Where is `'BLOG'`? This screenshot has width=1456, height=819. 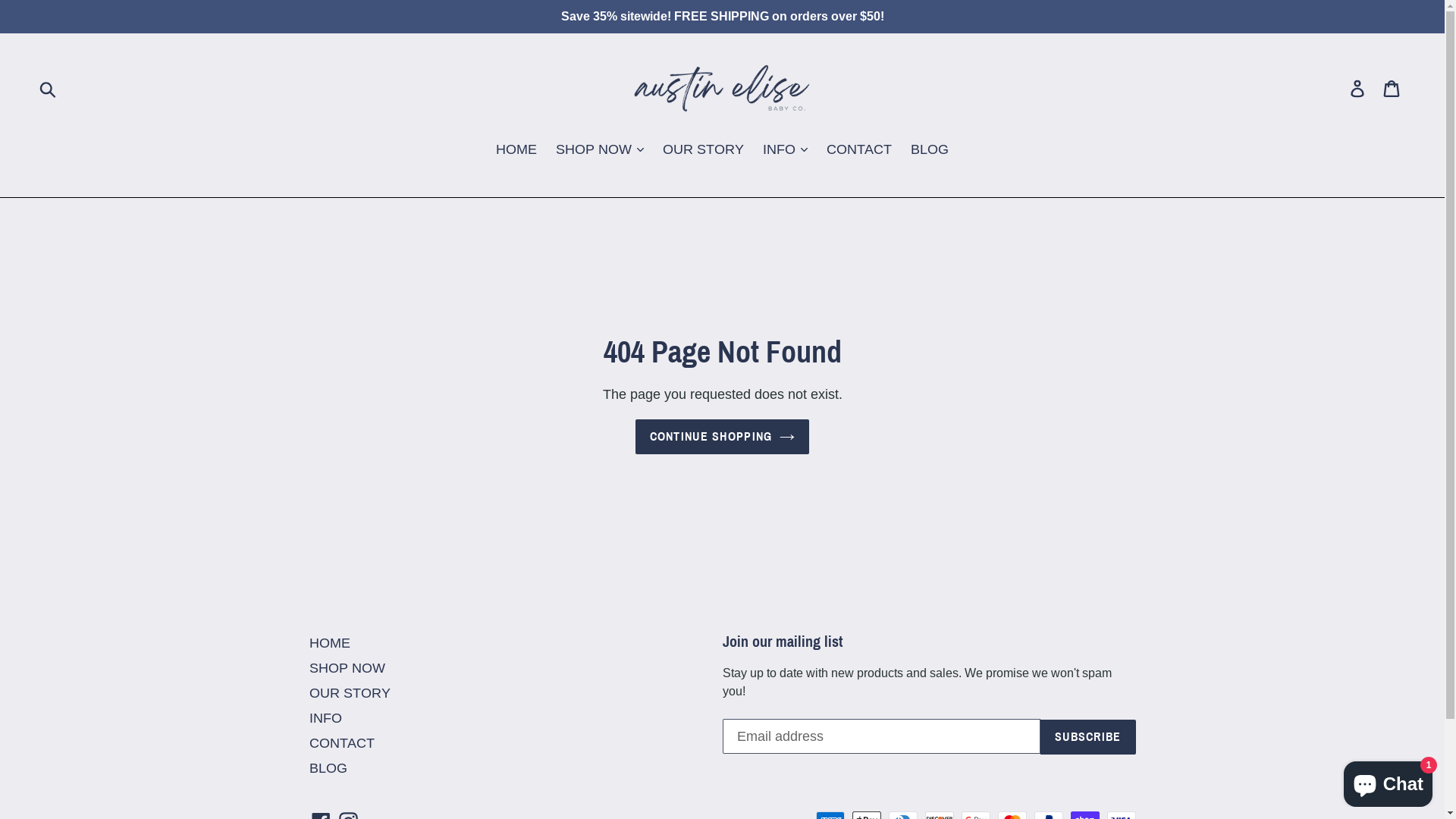 'BLOG' is located at coordinates (327, 767).